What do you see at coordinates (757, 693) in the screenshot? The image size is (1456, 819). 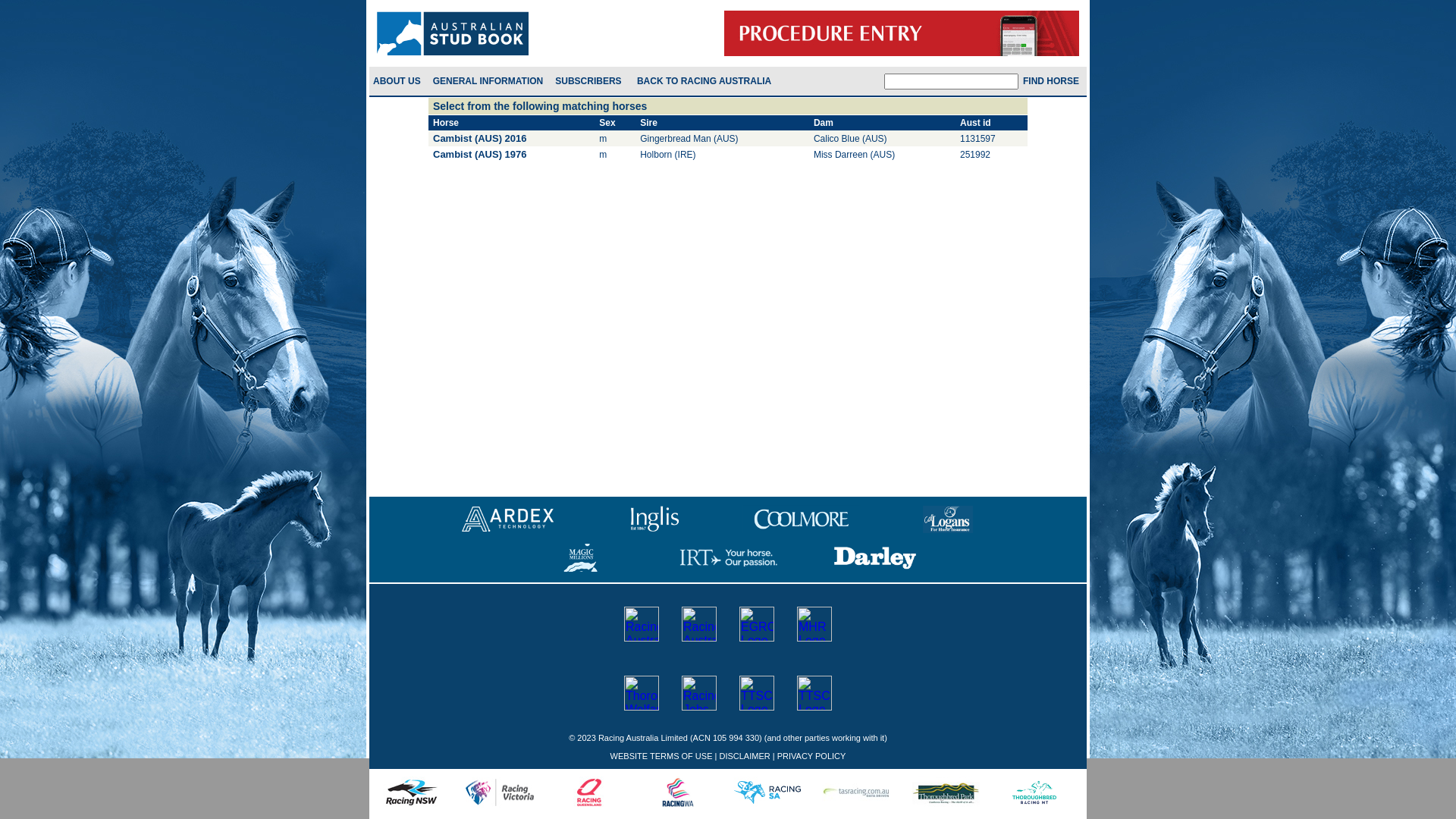 I see `'TTSC'` at bounding box center [757, 693].